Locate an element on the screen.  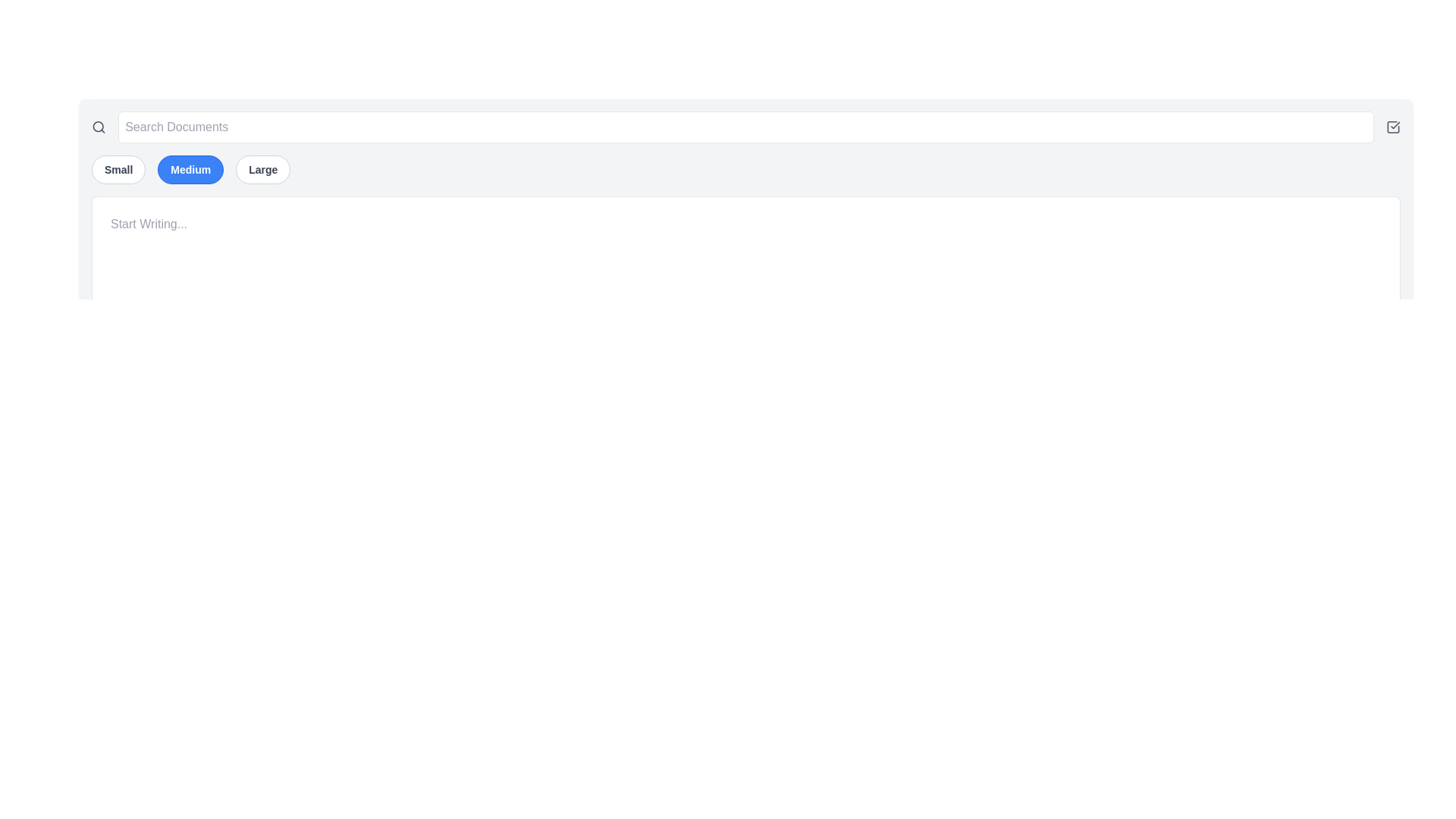
the search function icon located to the left of the search bar input field is located at coordinates (98, 127).